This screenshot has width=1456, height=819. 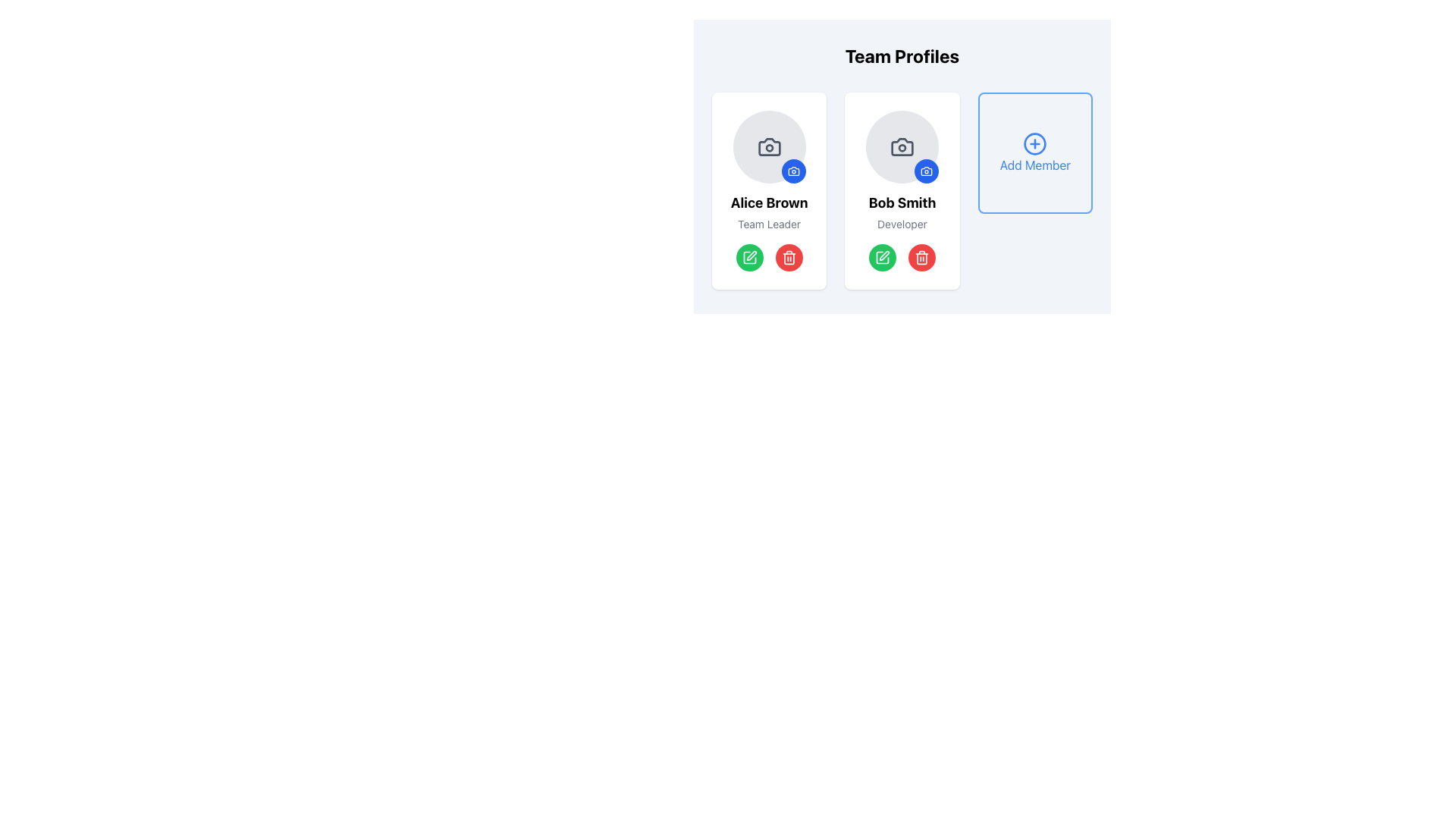 I want to click on the 'Add Member' button located in the 'Team Profiles' section, so click(x=1034, y=143).